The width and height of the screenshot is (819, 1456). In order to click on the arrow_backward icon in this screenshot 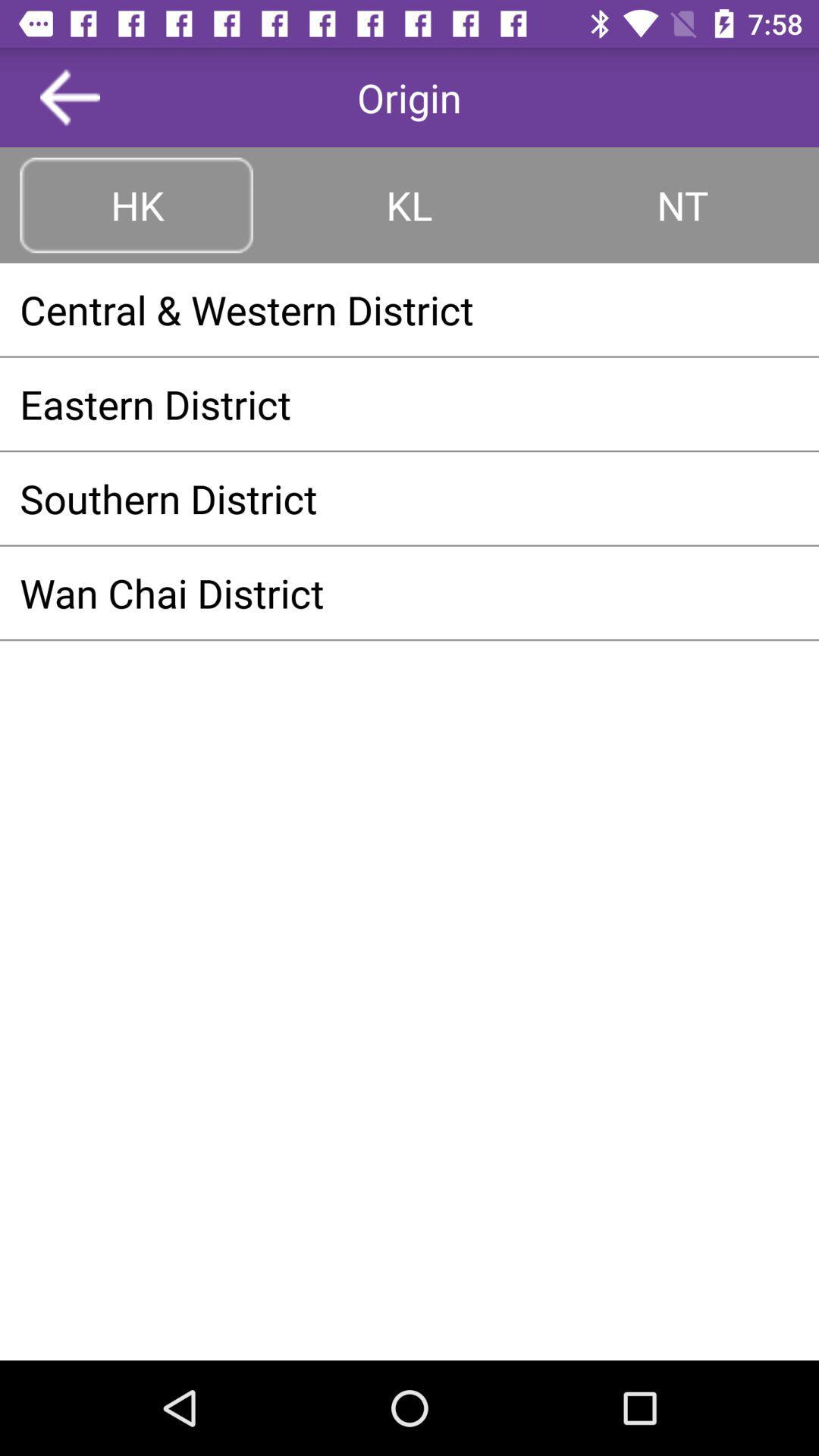, I will do `click(70, 96)`.